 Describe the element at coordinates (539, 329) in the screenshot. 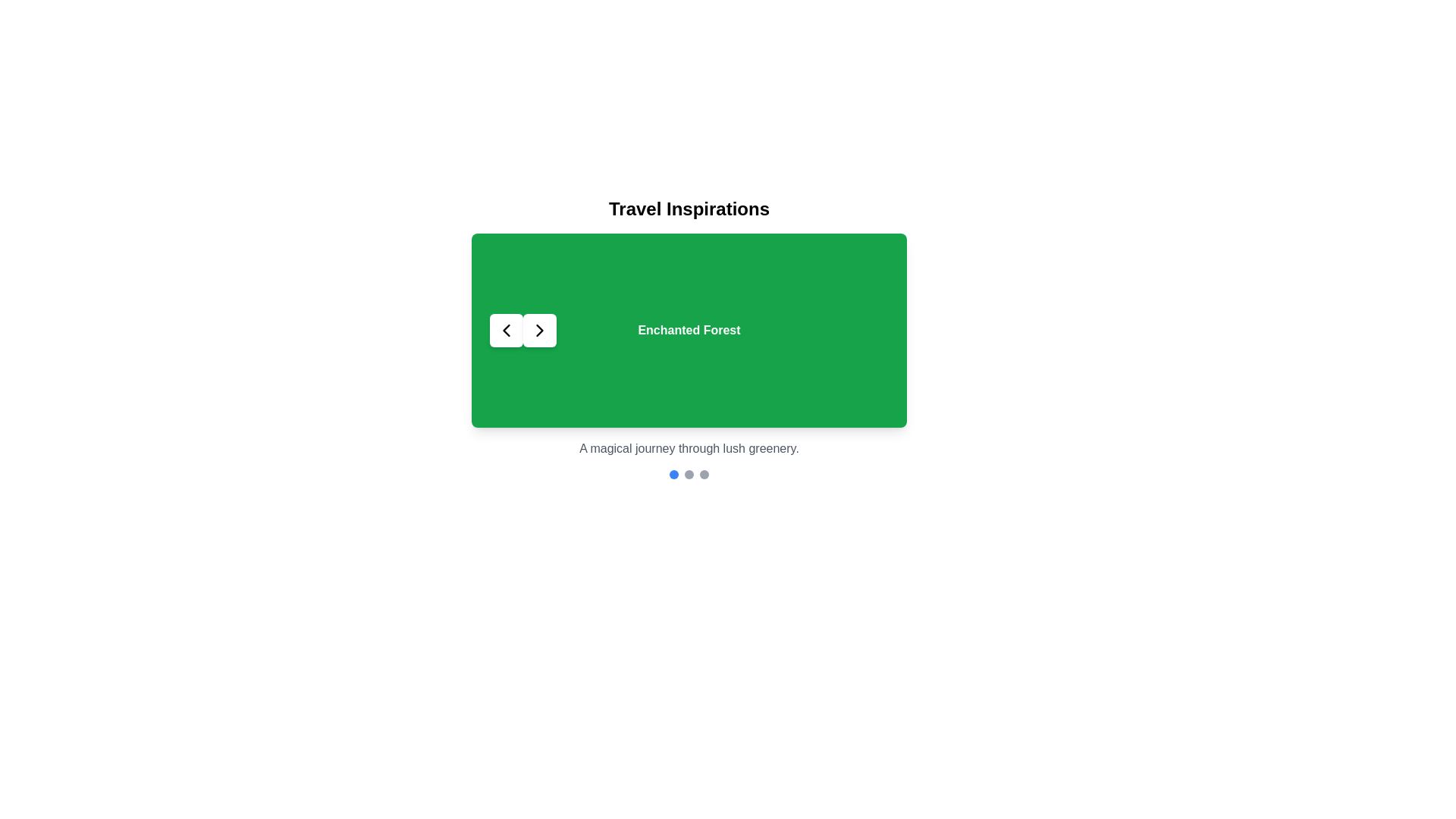

I see `the second button on the left within the green card` at that location.